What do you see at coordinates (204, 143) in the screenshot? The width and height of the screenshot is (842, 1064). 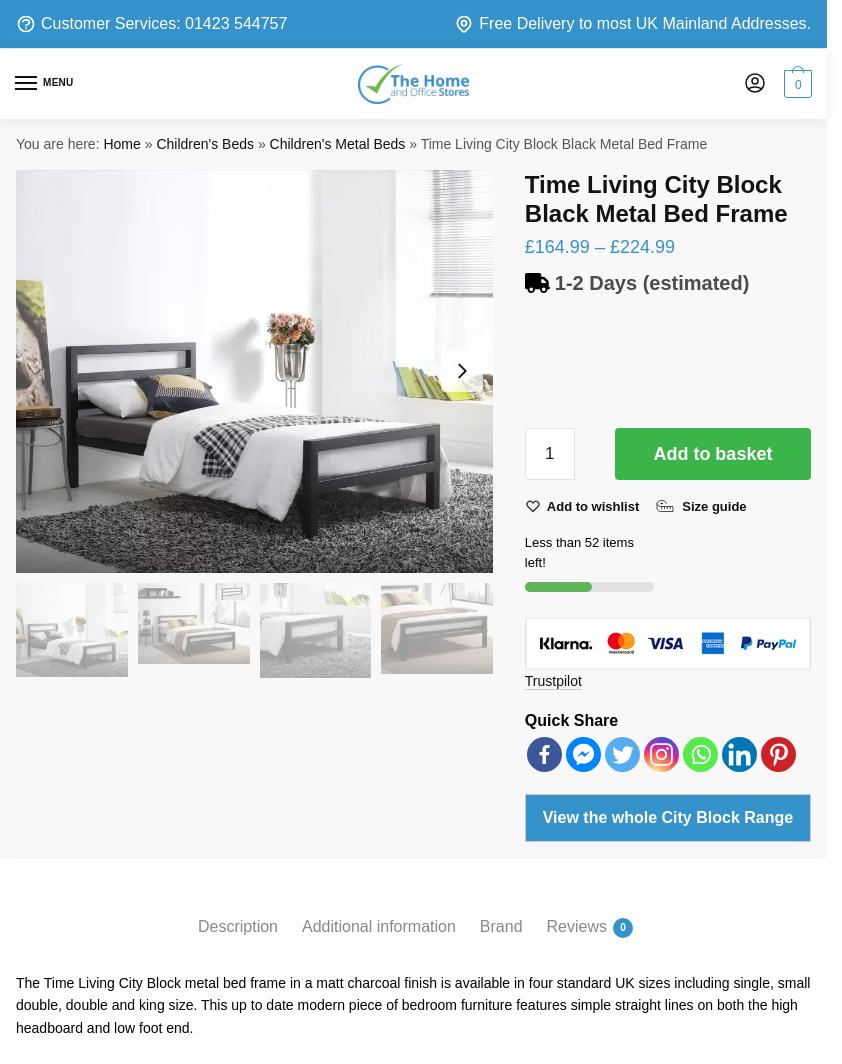 I see `'Children's Beds'` at bounding box center [204, 143].